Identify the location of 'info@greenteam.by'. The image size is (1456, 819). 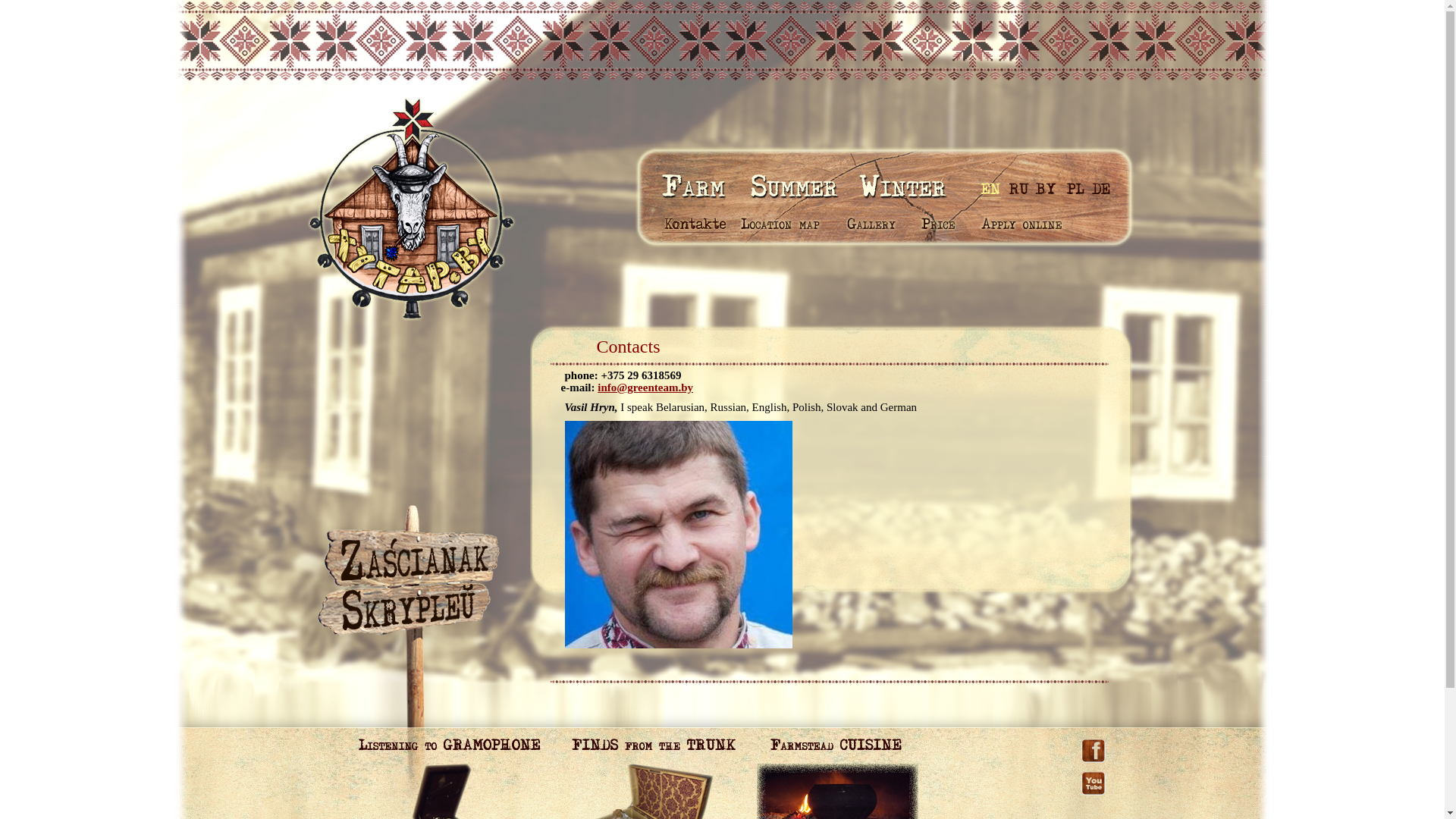
(645, 386).